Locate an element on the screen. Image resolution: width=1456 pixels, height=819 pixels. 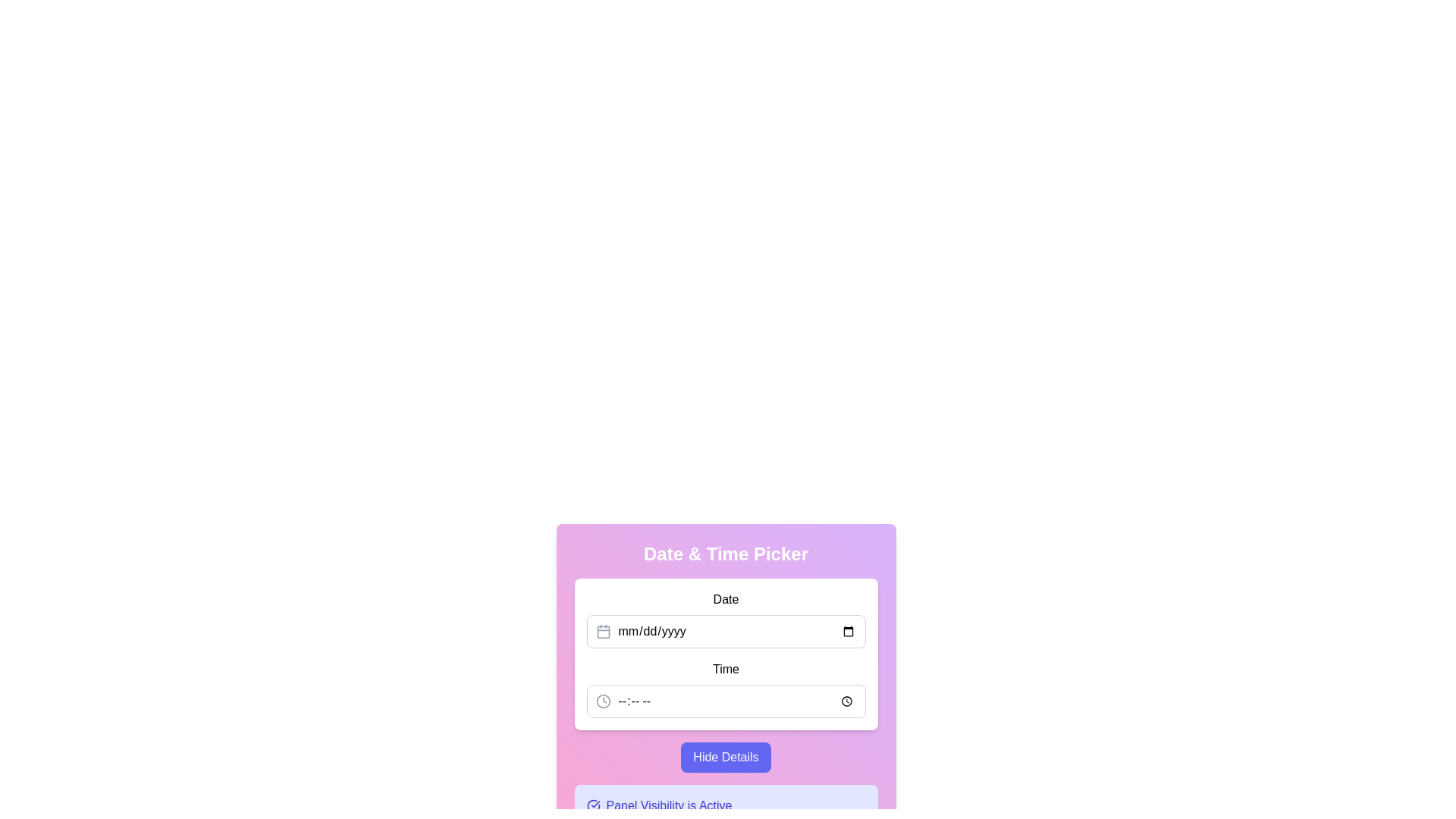
the input field associated with the time icon located next to the placeholder text '--:-- --' is located at coordinates (602, 701).